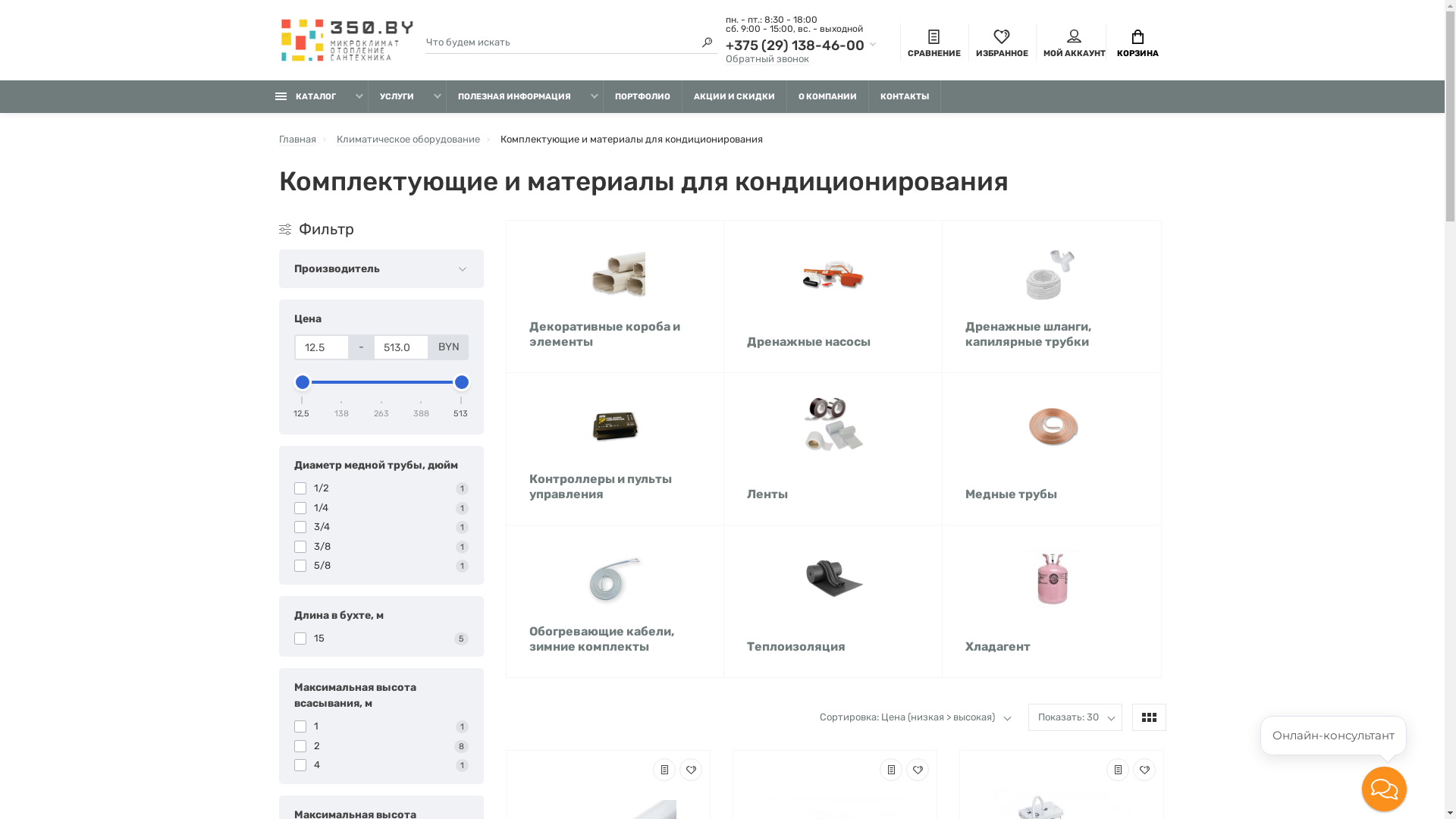 The width and height of the screenshot is (1456, 819). I want to click on '3/8, so click(381, 546).